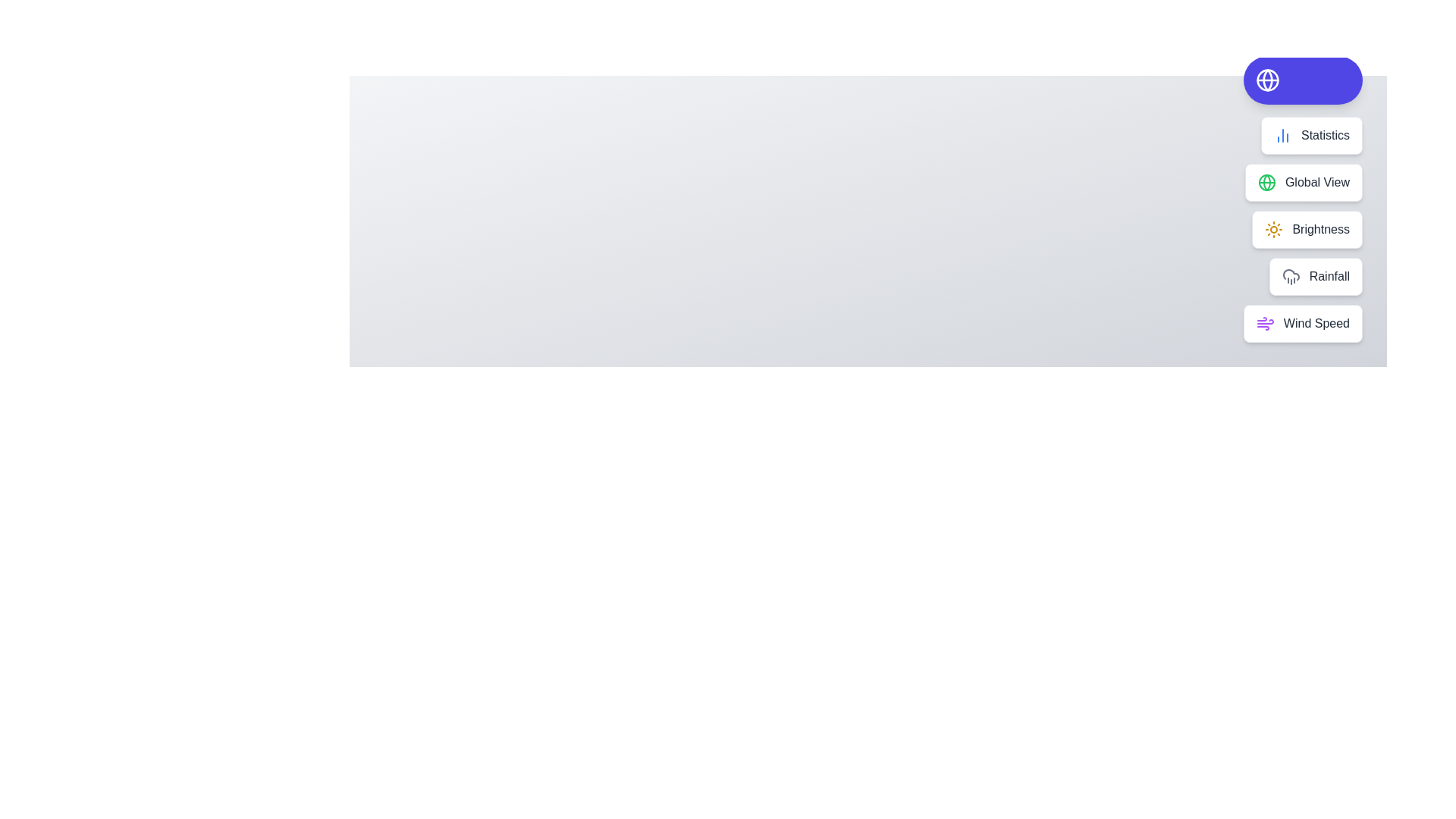  What do you see at coordinates (1315, 277) in the screenshot?
I see `the speed dial item corresponding to Rainfall` at bounding box center [1315, 277].